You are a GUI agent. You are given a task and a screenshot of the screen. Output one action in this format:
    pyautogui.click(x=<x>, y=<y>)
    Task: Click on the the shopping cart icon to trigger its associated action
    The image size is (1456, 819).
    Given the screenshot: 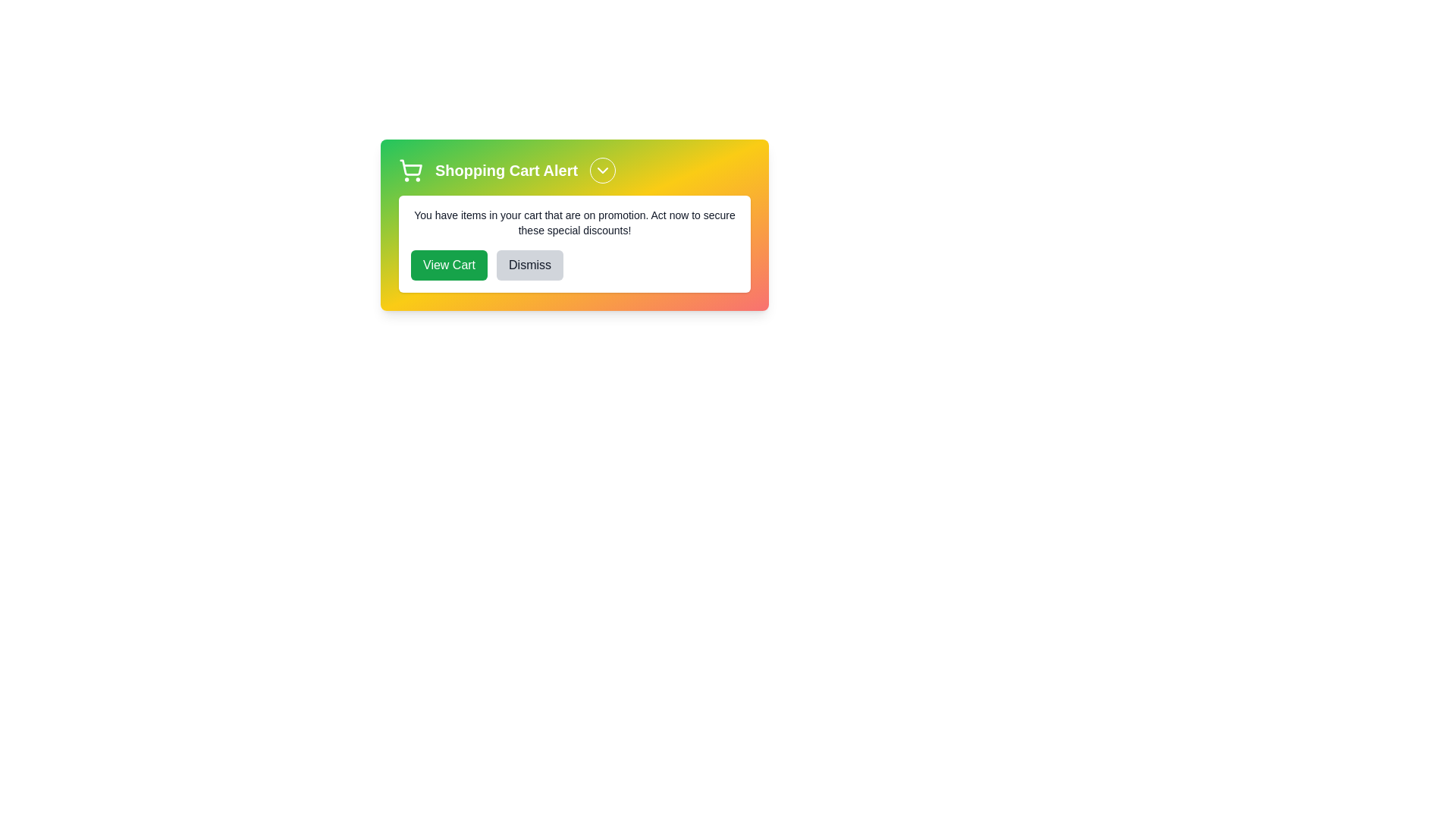 What is the action you would take?
    pyautogui.click(x=411, y=170)
    